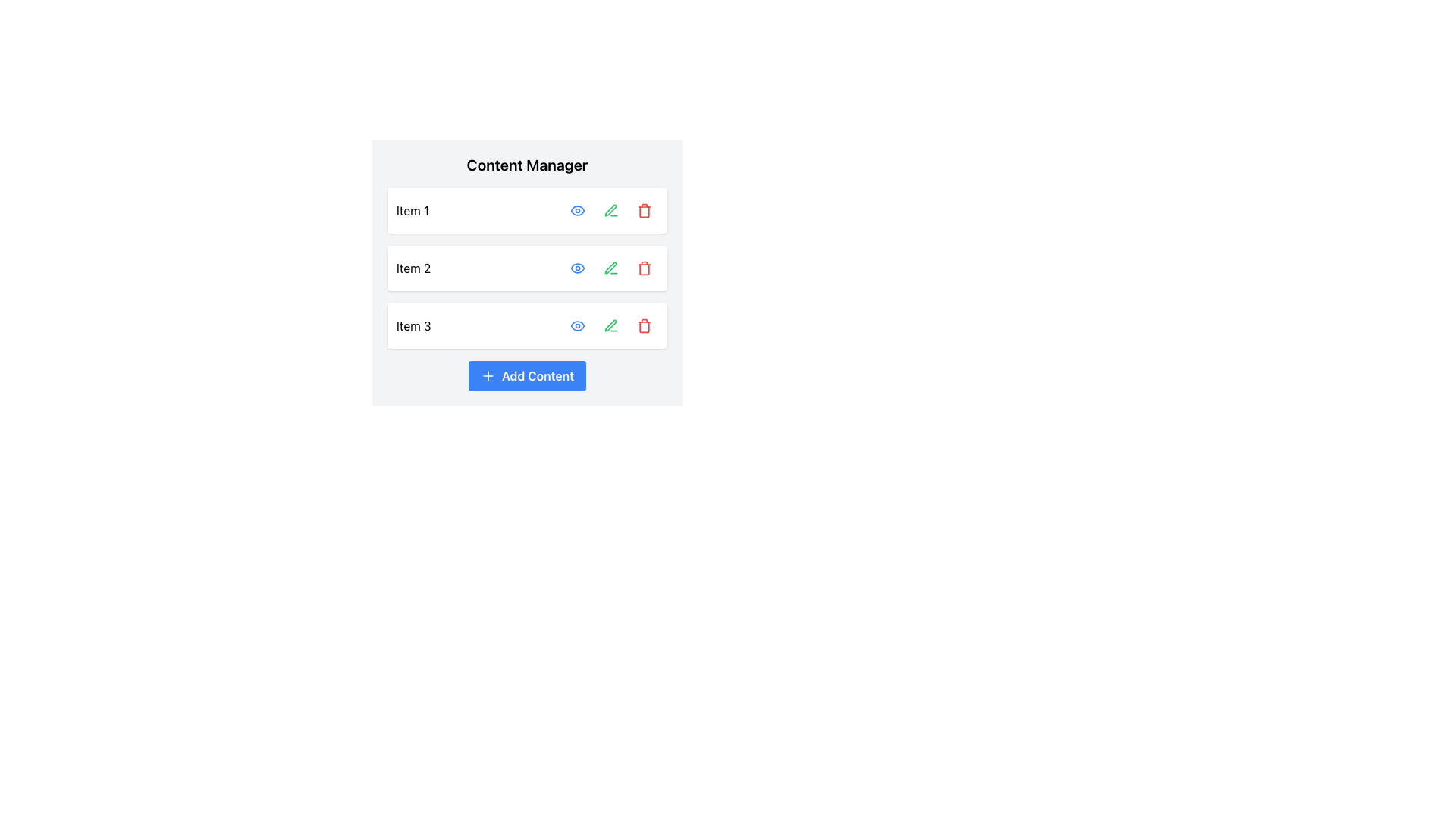  Describe the element at coordinates (527, 268) in the screenshot. I see `the second item in the content management interface` at that location.